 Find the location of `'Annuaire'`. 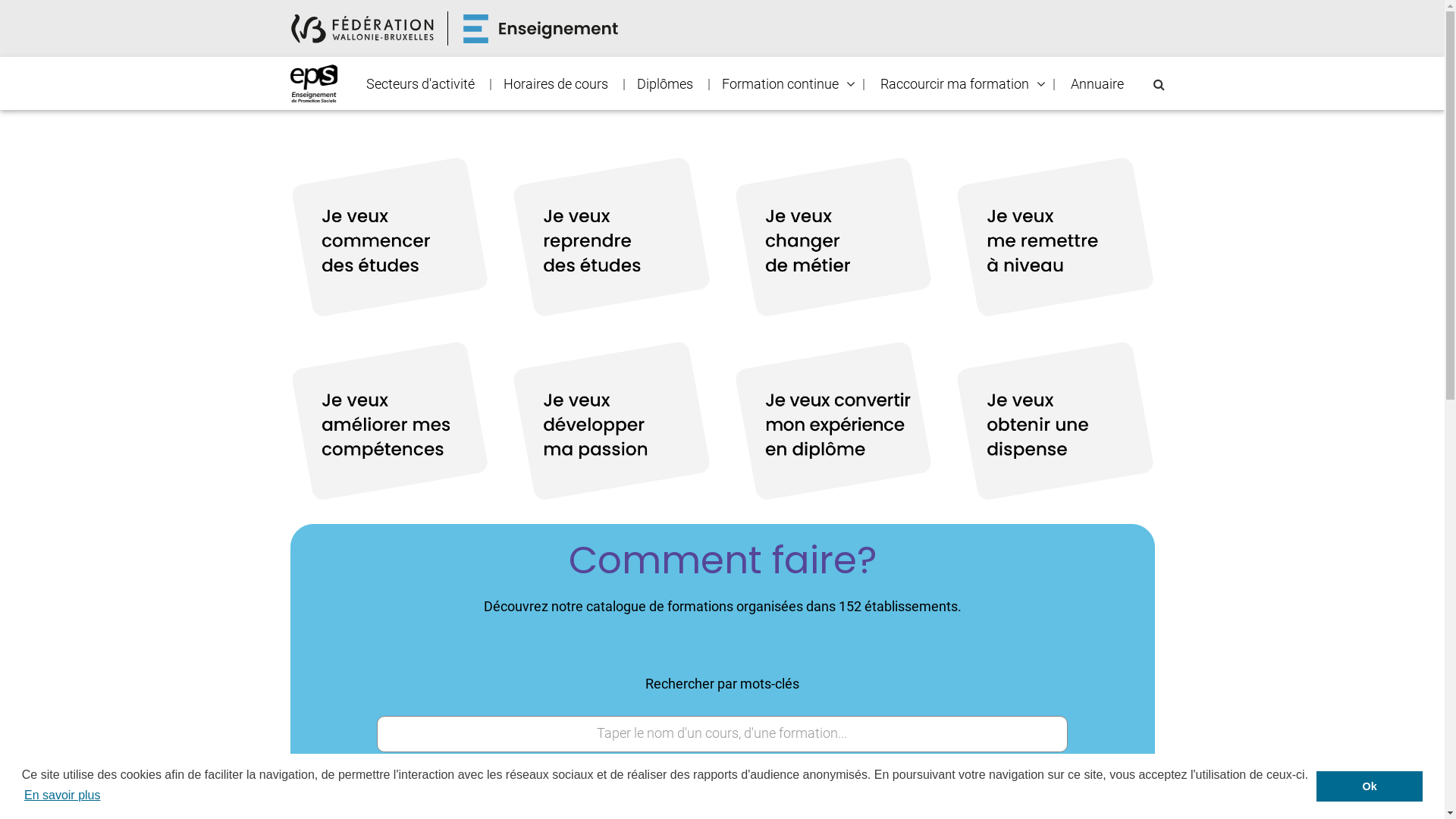

'Annuaire' is located at coordinates (1096, 84).